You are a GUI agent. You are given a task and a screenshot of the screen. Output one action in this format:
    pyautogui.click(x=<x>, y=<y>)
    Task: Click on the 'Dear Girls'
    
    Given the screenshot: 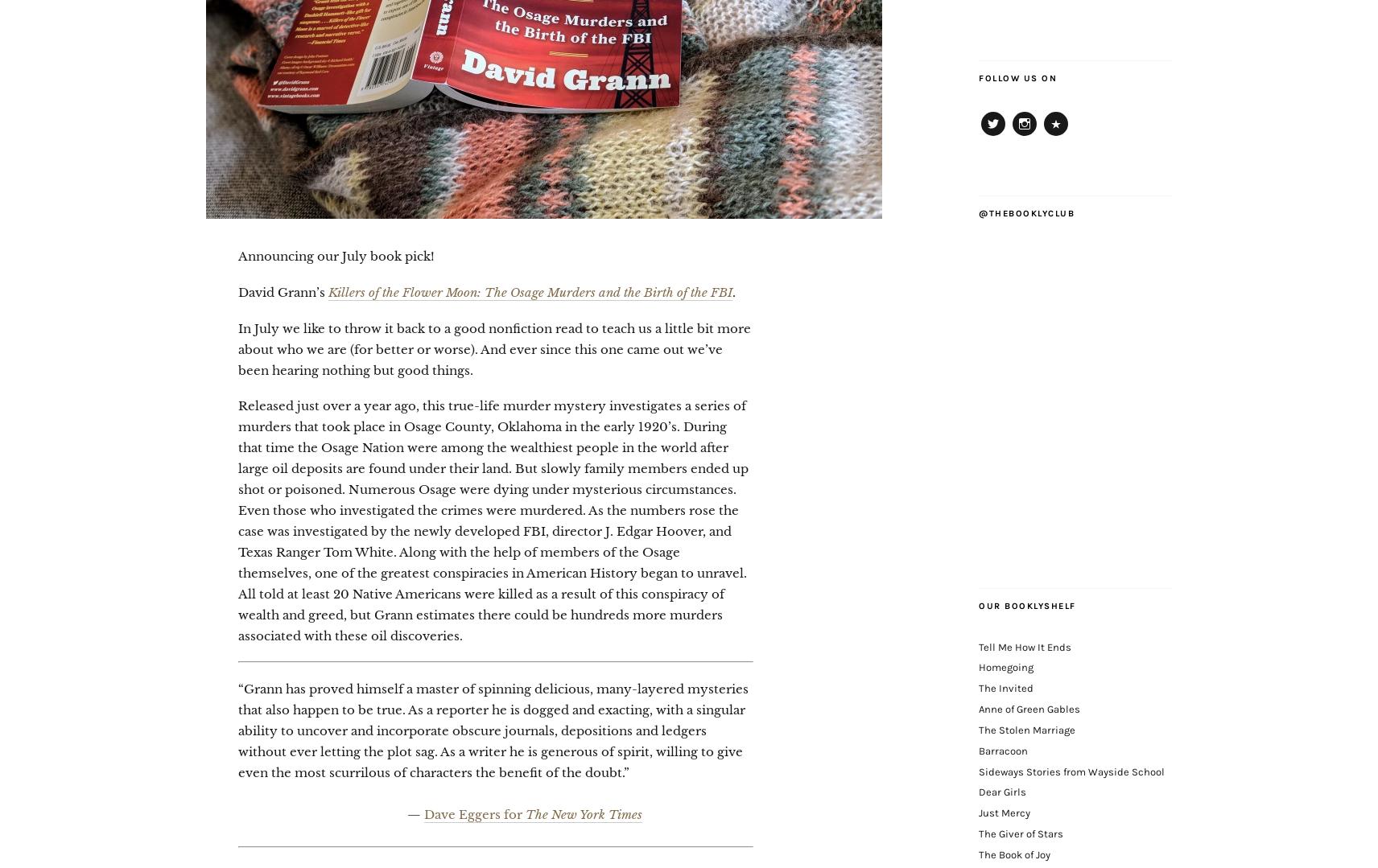 What is the action you would take?
    pyautogui.click(x=1002, y=791)
    